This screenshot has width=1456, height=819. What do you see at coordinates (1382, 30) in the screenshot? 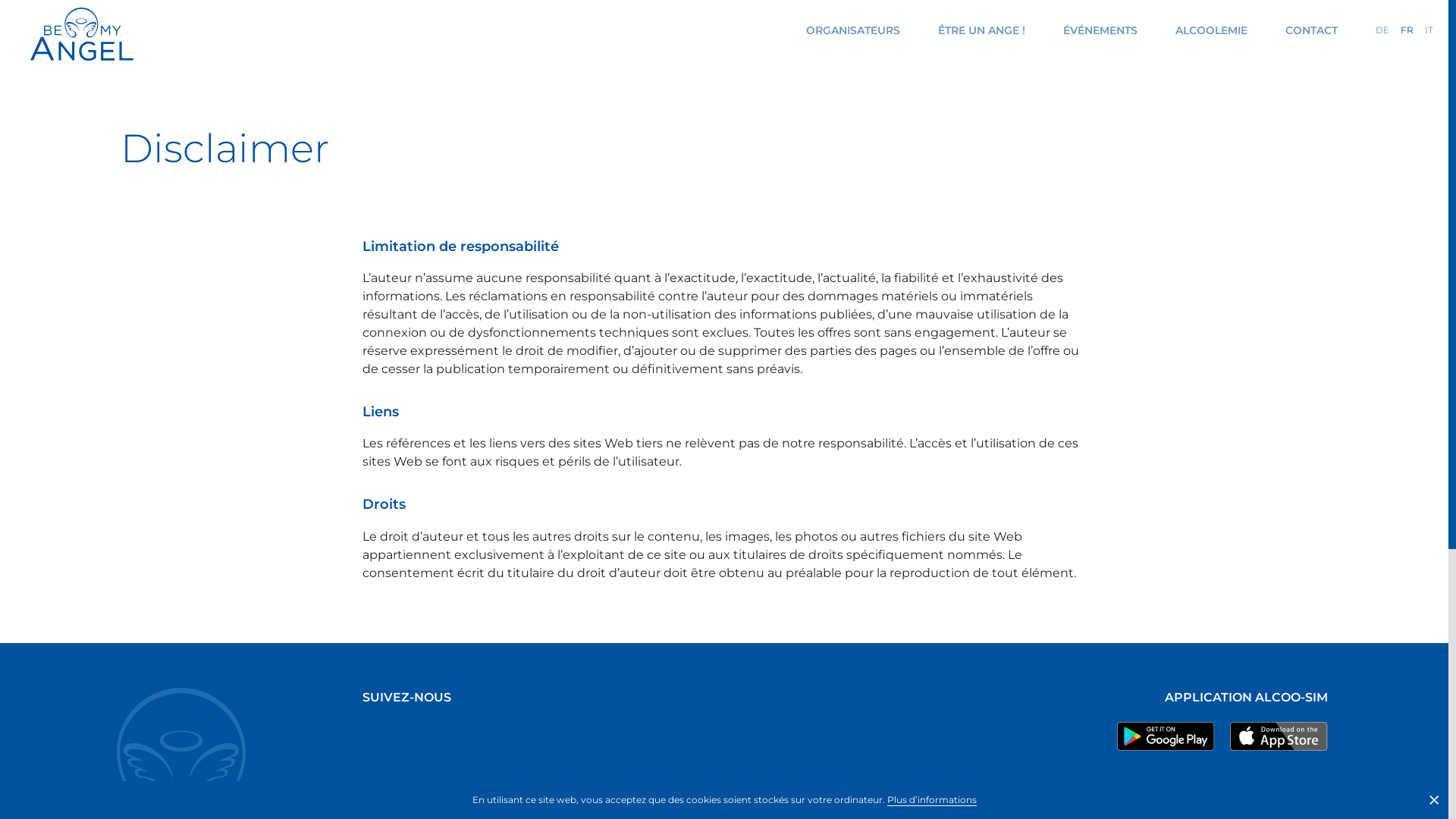
I see `'DE'` at bounding box center [1382, 30].